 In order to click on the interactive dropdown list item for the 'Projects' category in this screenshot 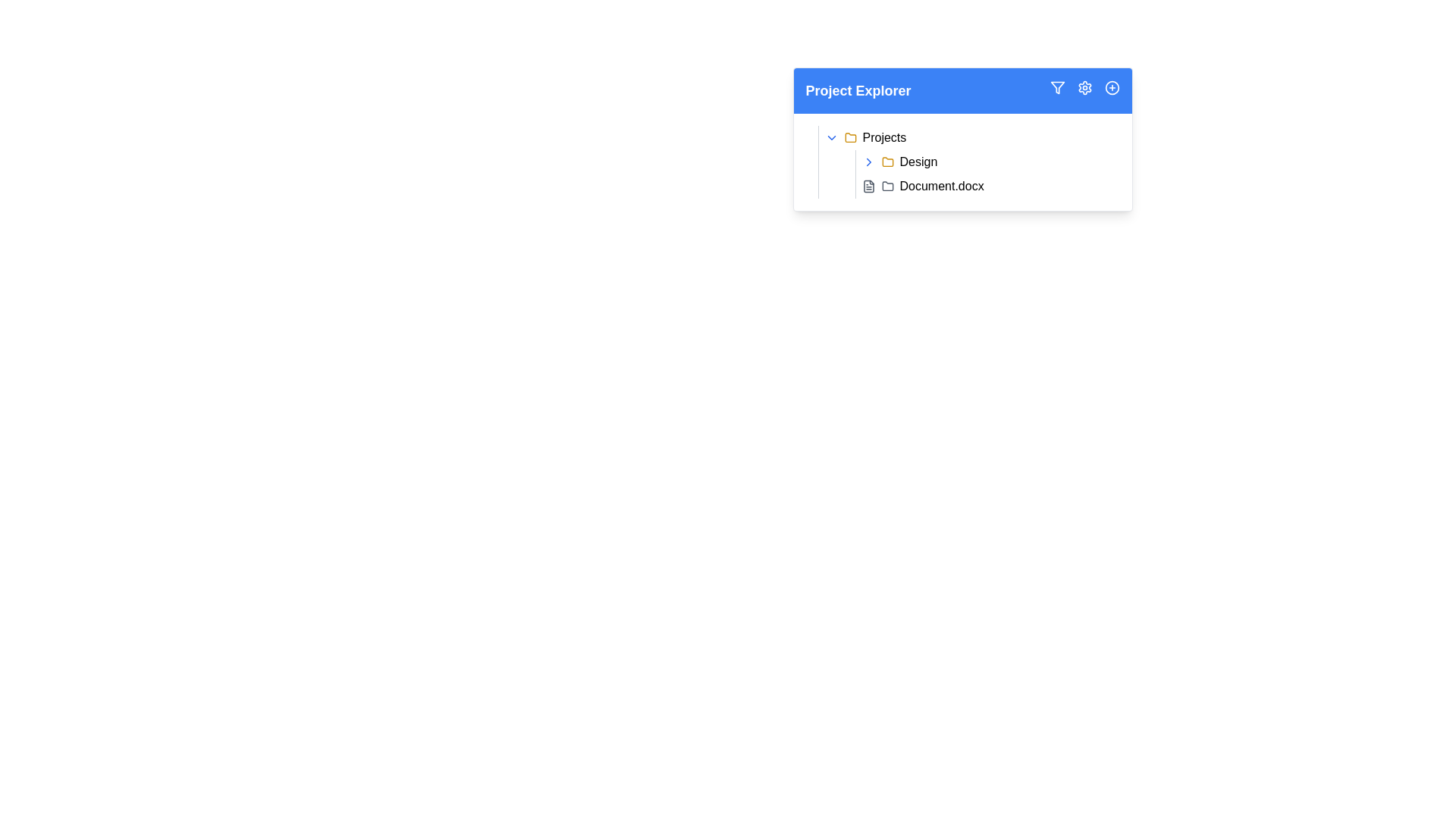, I will do `click(968, 137)`.